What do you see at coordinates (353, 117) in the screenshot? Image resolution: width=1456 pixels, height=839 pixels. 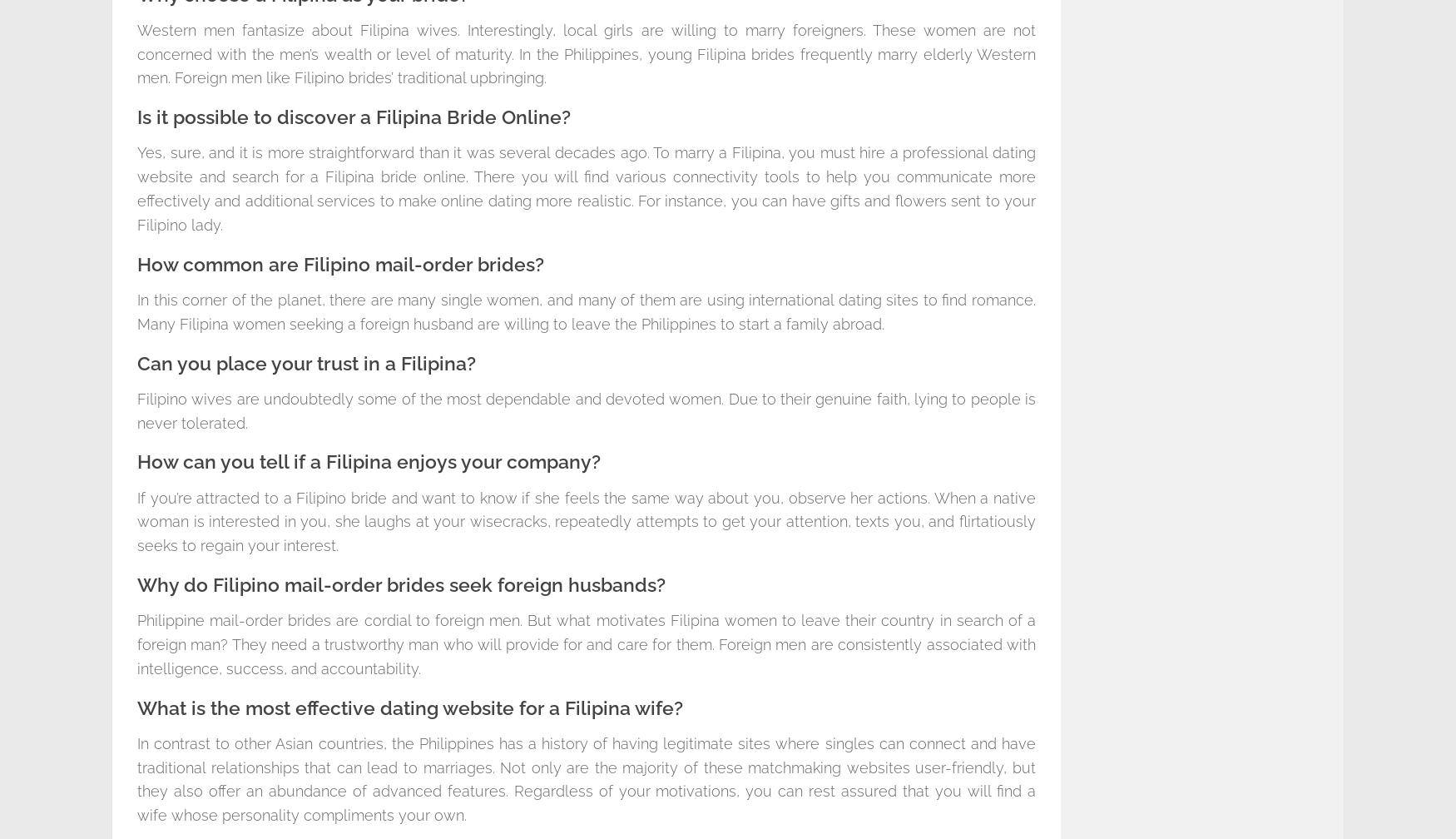 I see `'Is it possible to discover a Filipina Bride Online?'` at bounding box center [353, 117].